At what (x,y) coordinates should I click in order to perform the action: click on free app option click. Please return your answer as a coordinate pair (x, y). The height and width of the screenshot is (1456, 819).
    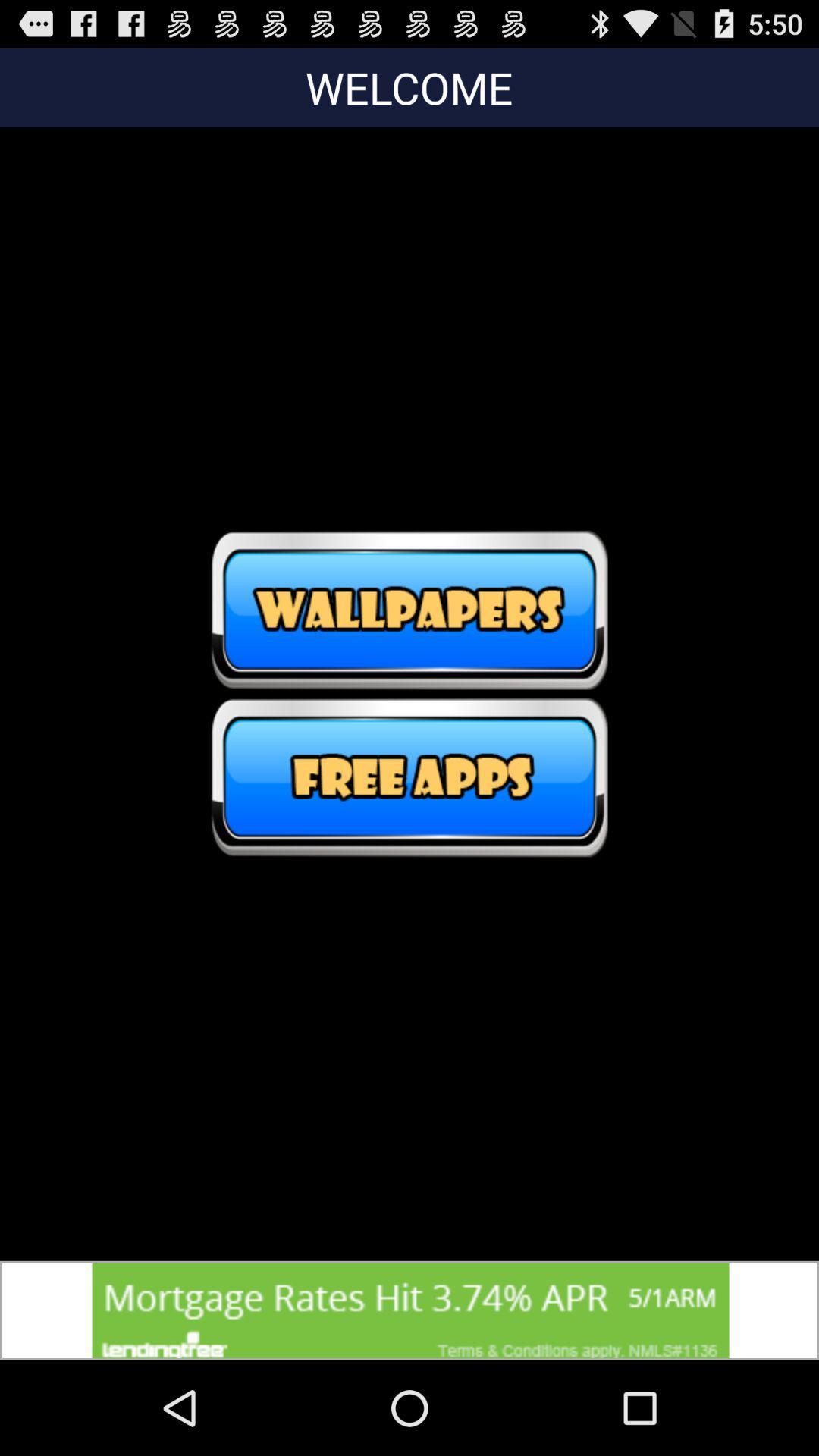
    Looking at the image, I should click on (409, 777).